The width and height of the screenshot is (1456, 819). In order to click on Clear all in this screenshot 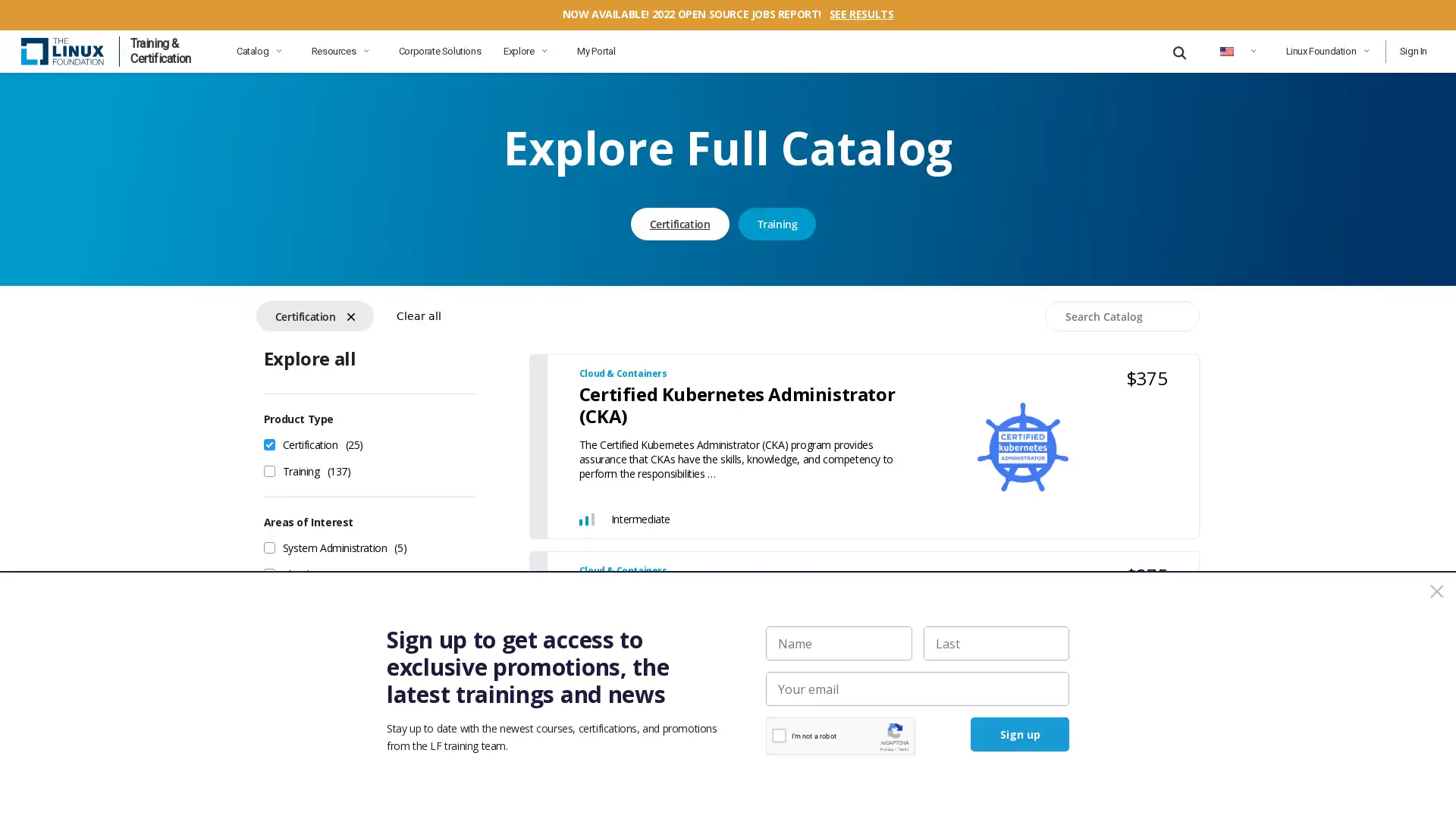, I will do `click(418, 315)`.